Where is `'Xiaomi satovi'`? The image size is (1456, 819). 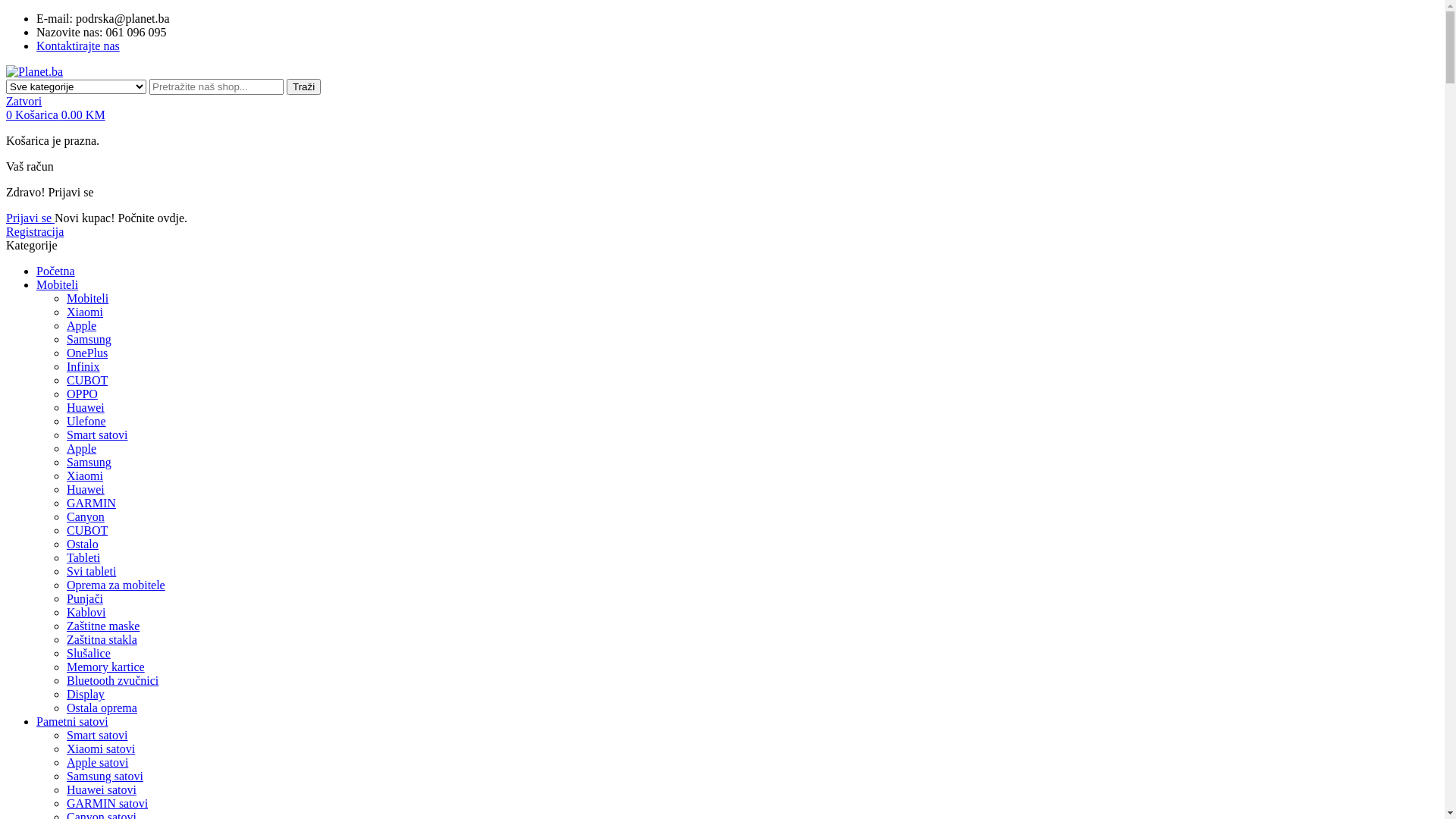 'Xiaomi satovi' is located at coordinates (100, 748).